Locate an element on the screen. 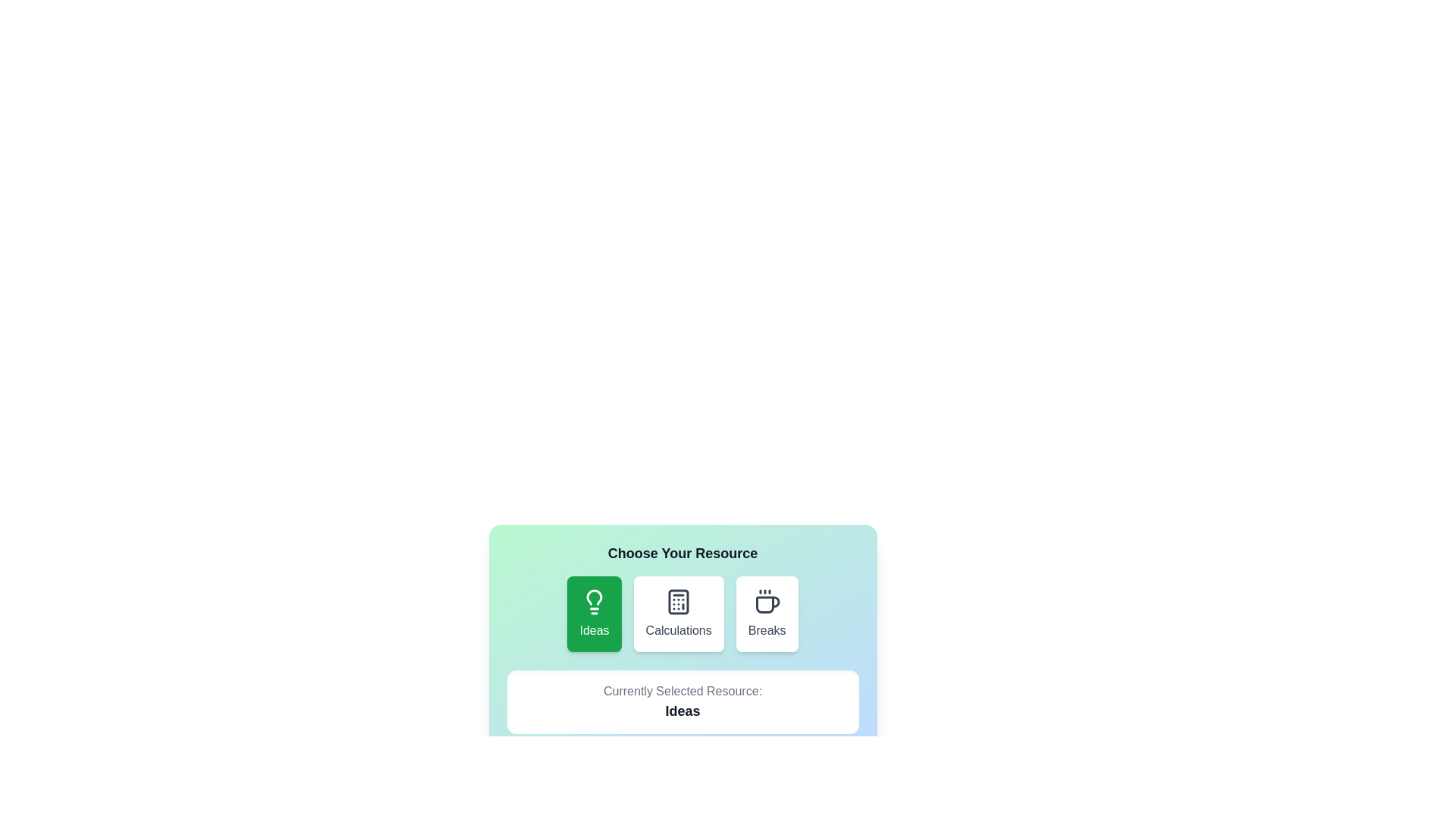 Image resolution: width=1456 pixels, height=819 pixels. the button corresponding to the resource type Breaks is located at coordinates (767, 614).